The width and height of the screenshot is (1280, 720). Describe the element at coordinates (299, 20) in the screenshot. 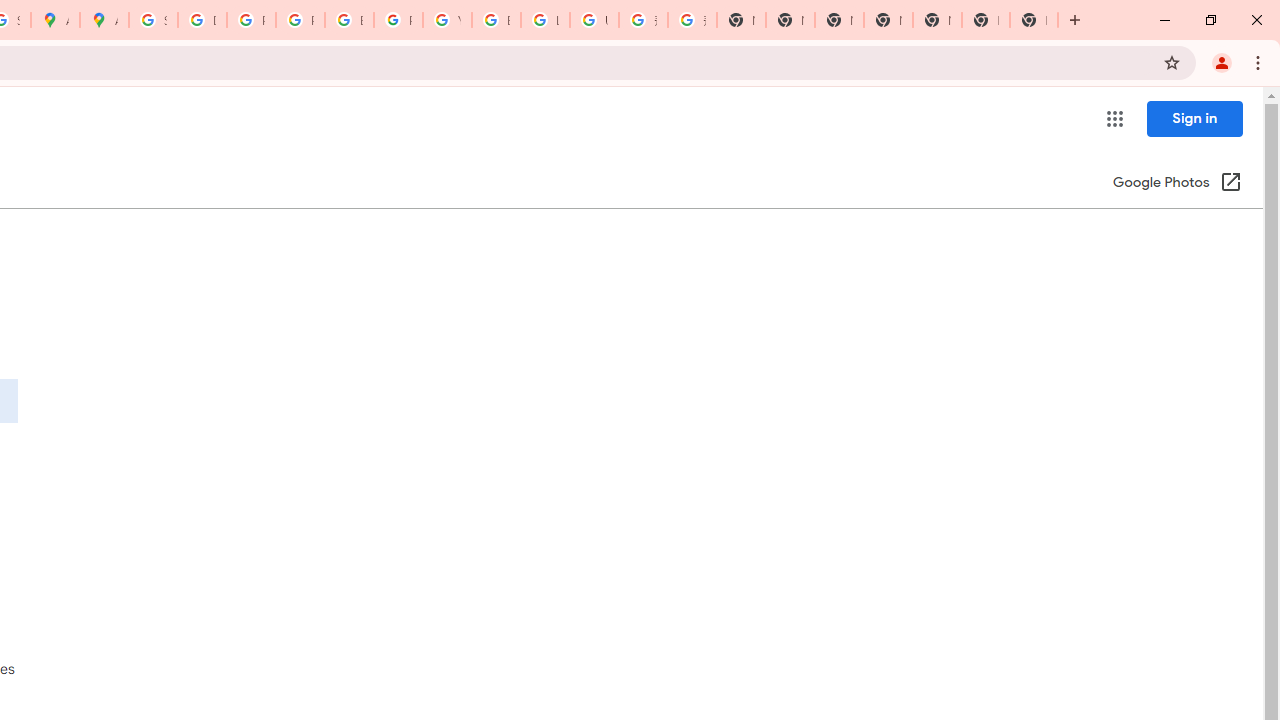

I see `'Privacy Help Center - Policies Help'` at that location.